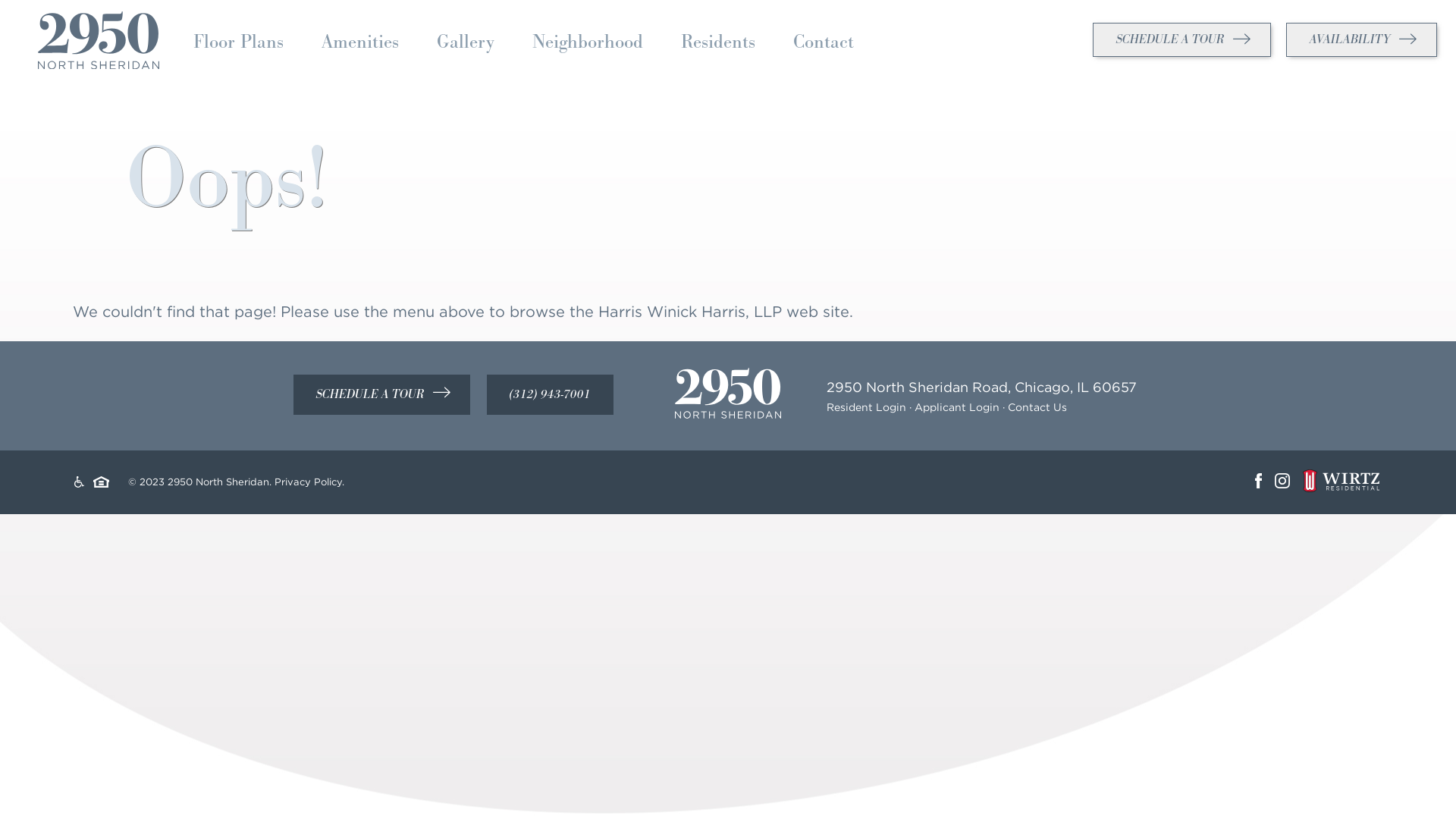 This screenshot has height=819, width=1456. I want to click on '2950 North Sheridan Road, Chicago, IL 60657', so click(981, 386).